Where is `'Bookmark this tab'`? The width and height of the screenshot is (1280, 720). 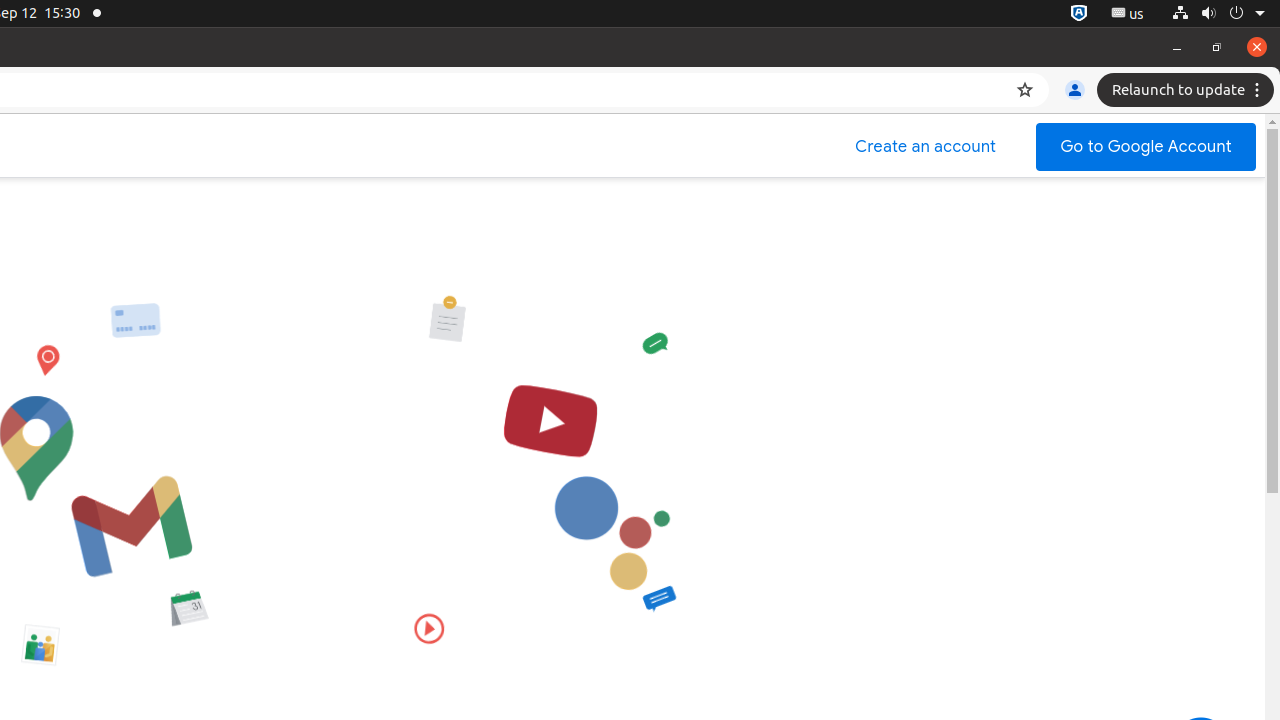
'Bookmark this tab' is located at coordinates (1025, 90).